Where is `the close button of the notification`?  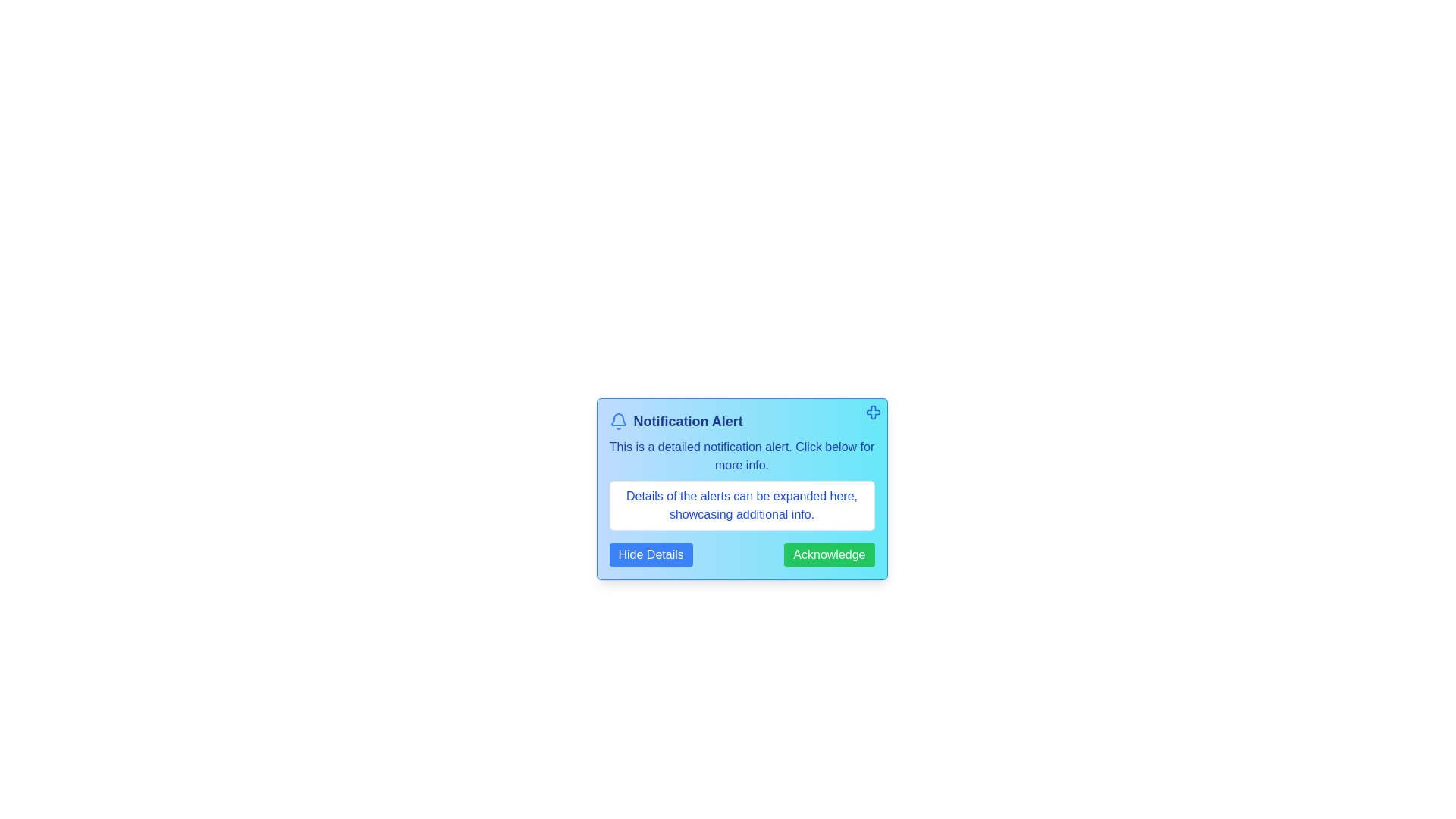
the close button of the notification is located at coordinates (873, 412).